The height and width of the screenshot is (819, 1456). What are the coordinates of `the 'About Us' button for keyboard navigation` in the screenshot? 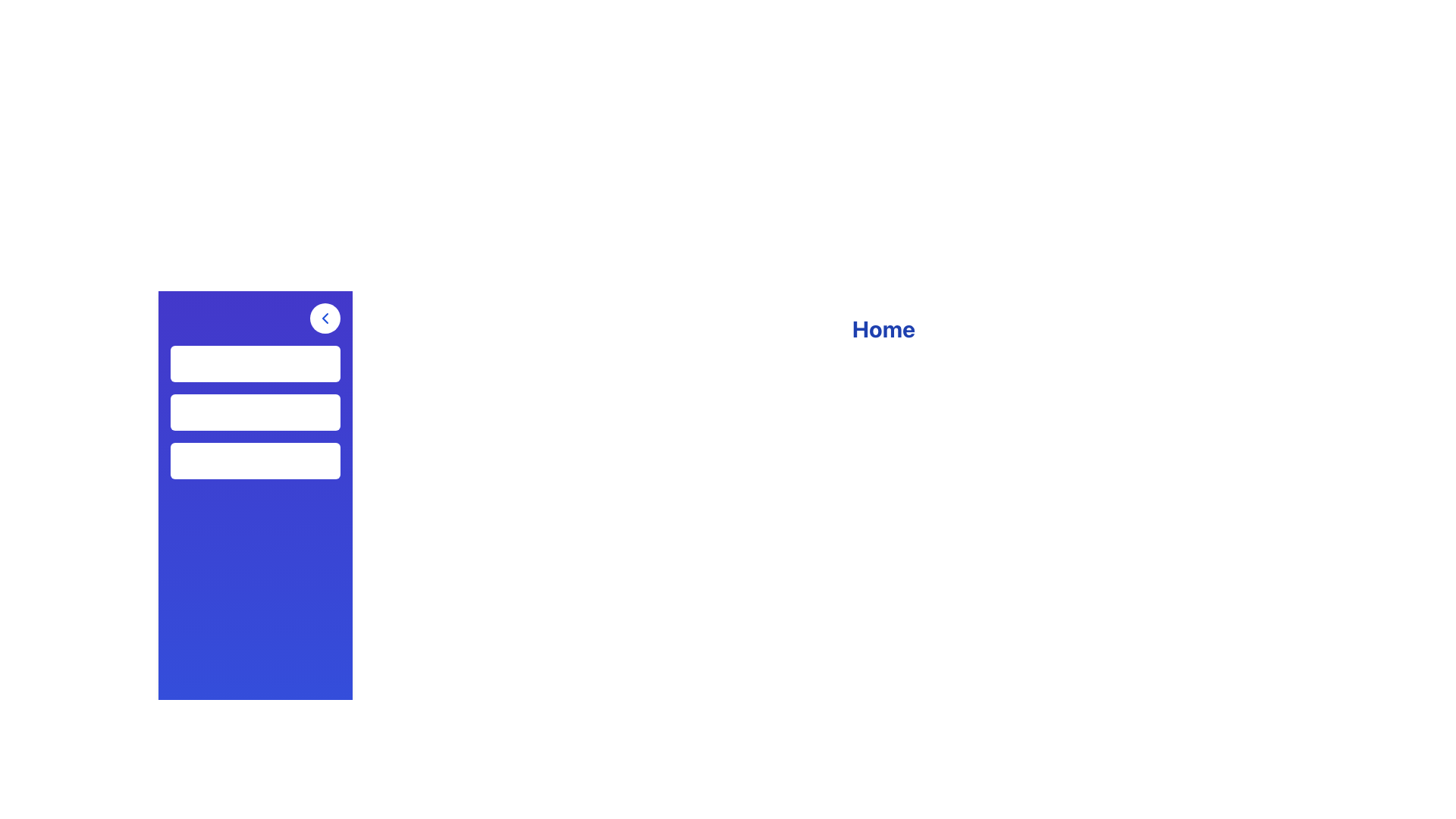 It's located at (255, 460).